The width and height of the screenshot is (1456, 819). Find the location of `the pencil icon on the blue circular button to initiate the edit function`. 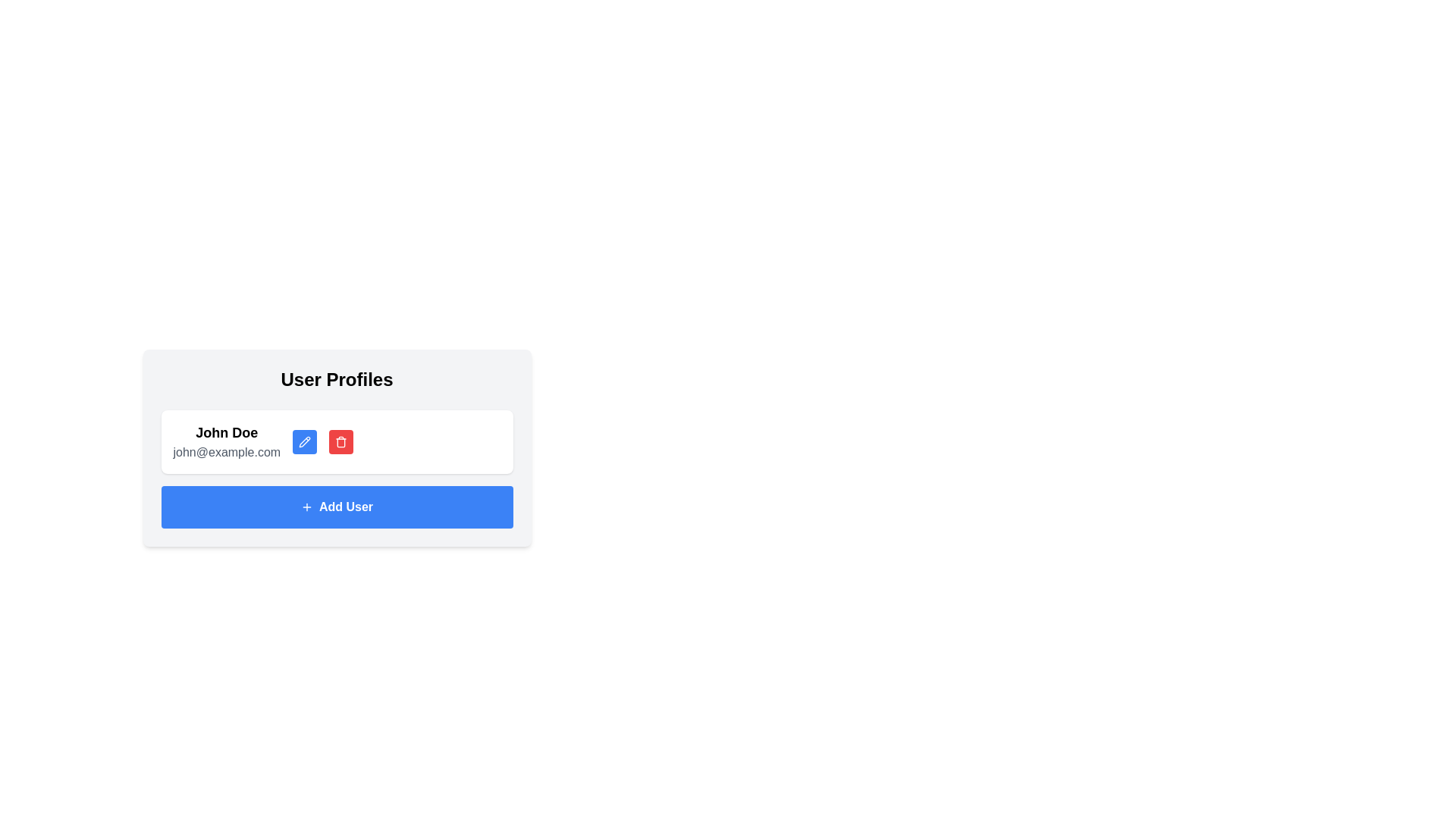

the pencil icon on the blue circular button to initiate the edit function is located at coordinates (304, 441).